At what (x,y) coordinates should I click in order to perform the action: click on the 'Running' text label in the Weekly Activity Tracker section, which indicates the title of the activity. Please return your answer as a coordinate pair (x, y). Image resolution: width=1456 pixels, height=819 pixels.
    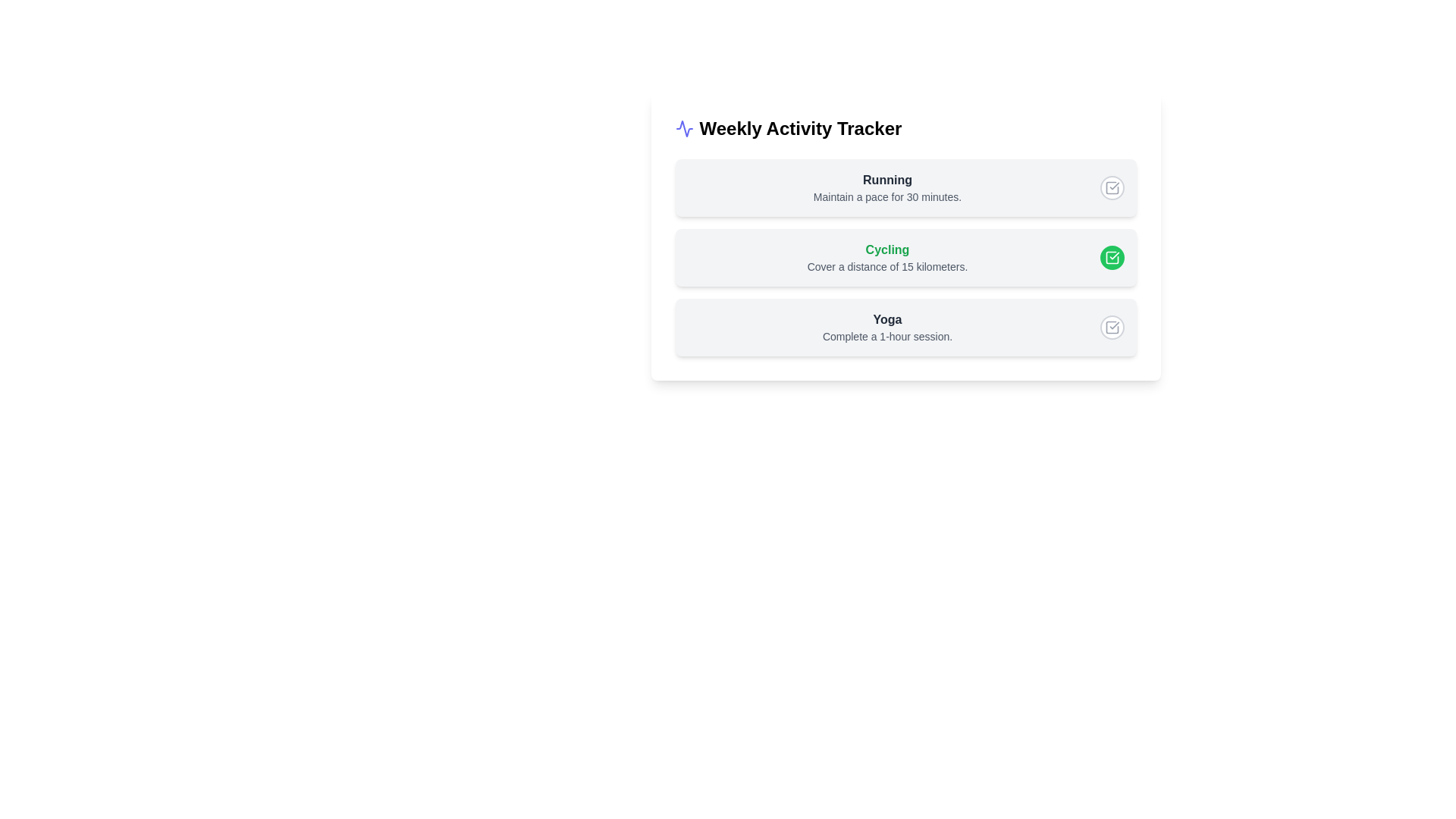
    Looking at the image, I should click on (887, 180).